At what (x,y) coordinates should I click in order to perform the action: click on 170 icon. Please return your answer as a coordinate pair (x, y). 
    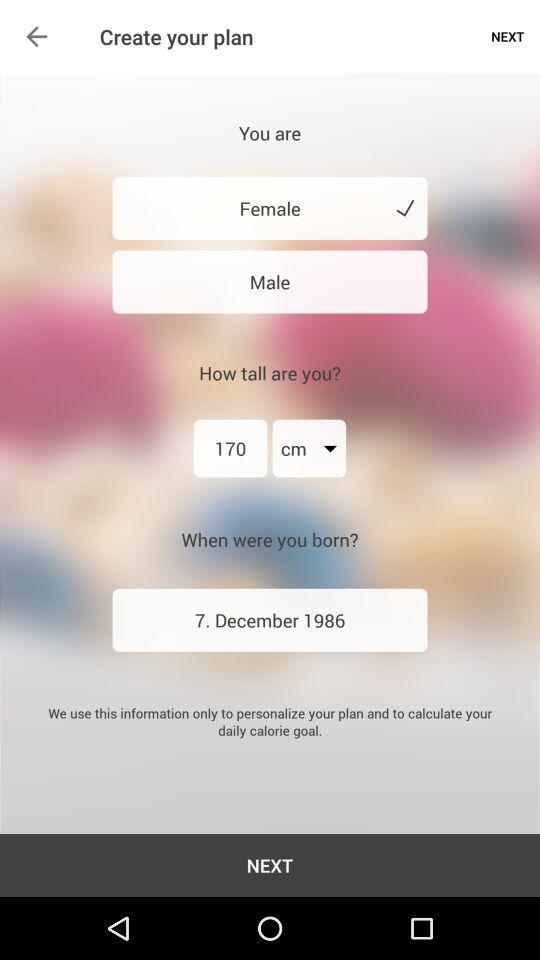
    Looking at the image, I should click on (229, 448).